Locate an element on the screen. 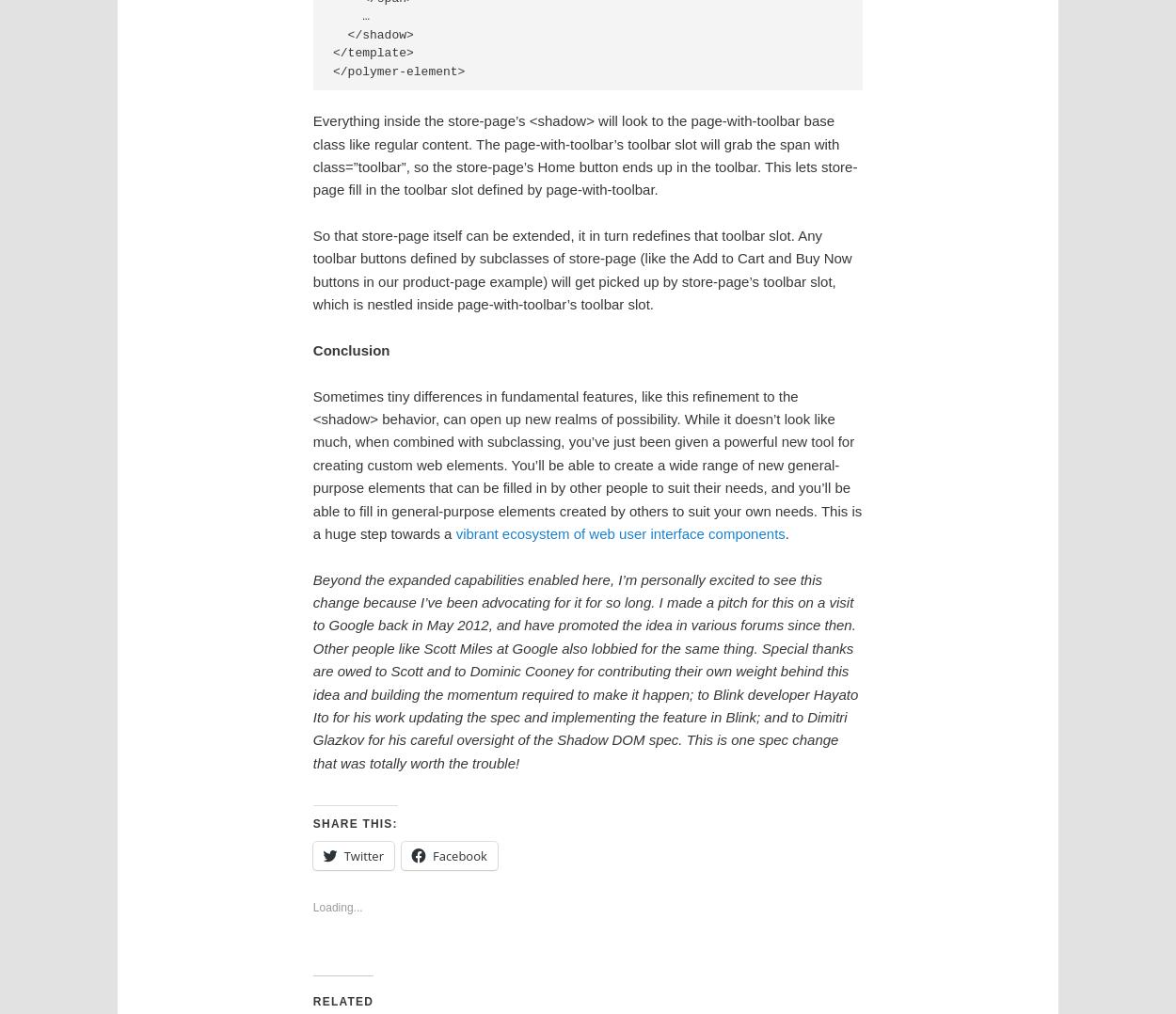 The image size is (1176, 1014). 'Everything inside the store-page’s <shadow> will look to the page-with-toolbar base class like regular content. The page-with-toolbar’s toolbar slot will grab the span with class=”toolbar”, so the store-page’s Home button ends up in the toolbar. This lets store-page fill in the toolbar slot defined by page-with-toolbar.' is located at coordinates (583, 154).